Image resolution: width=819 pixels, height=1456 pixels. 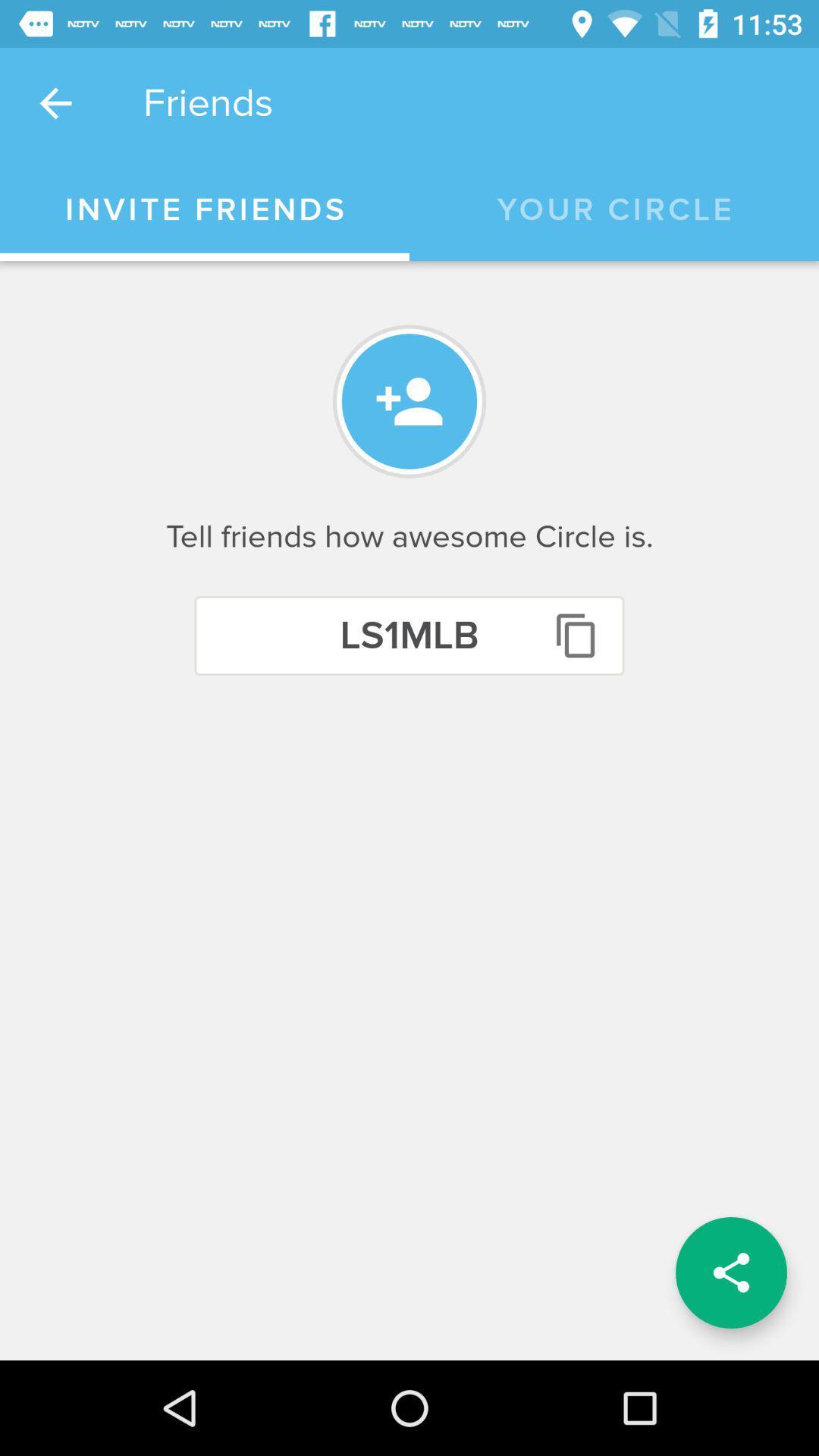 I want to click on ls1mlb item, so click(x=409, y=635).